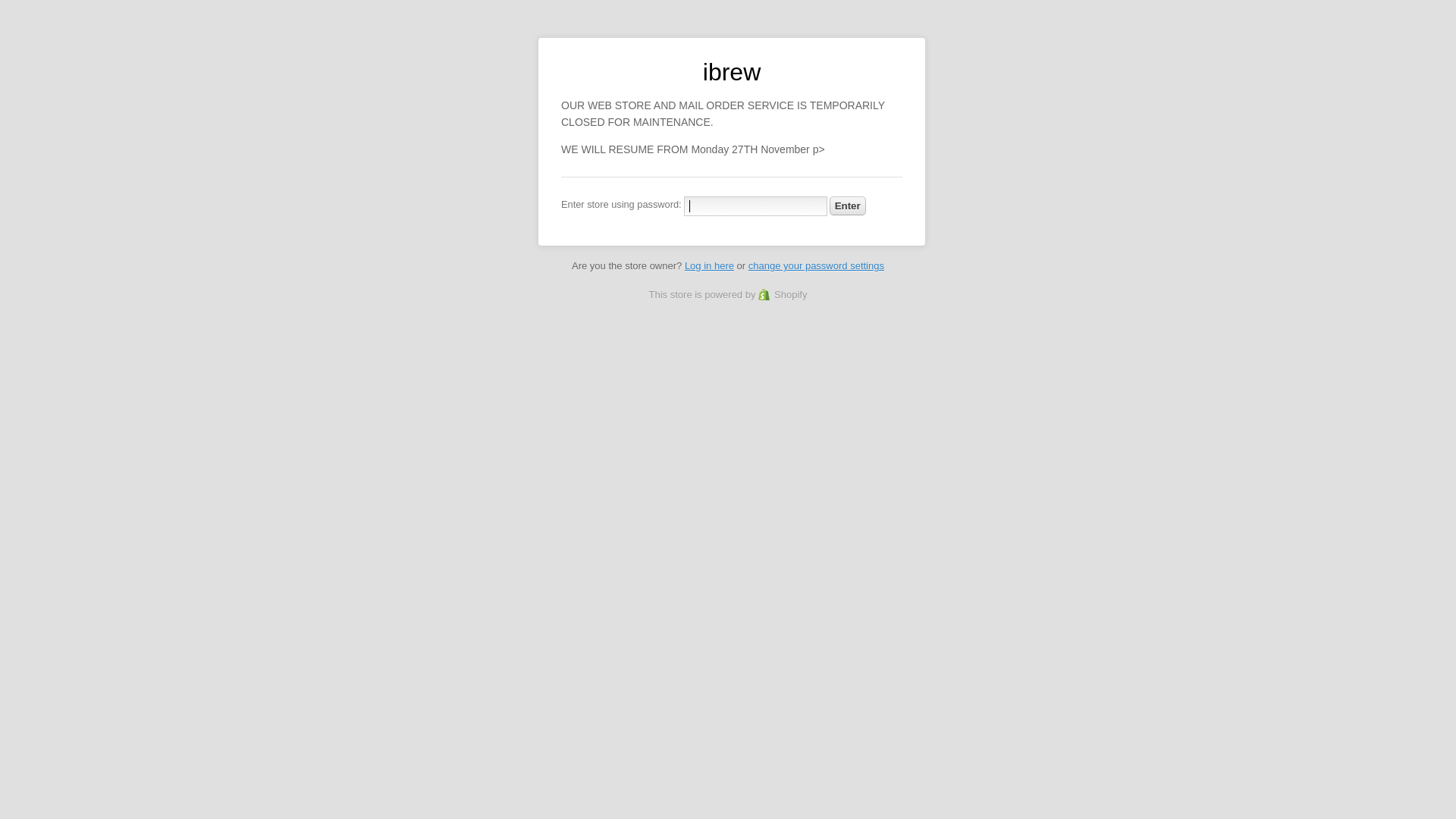 Image resolution: width=1456 pixels, height=819 pixels. Describe the element at coordinates (847, 206) in the screenshot. I see `'Enter'` at that location.